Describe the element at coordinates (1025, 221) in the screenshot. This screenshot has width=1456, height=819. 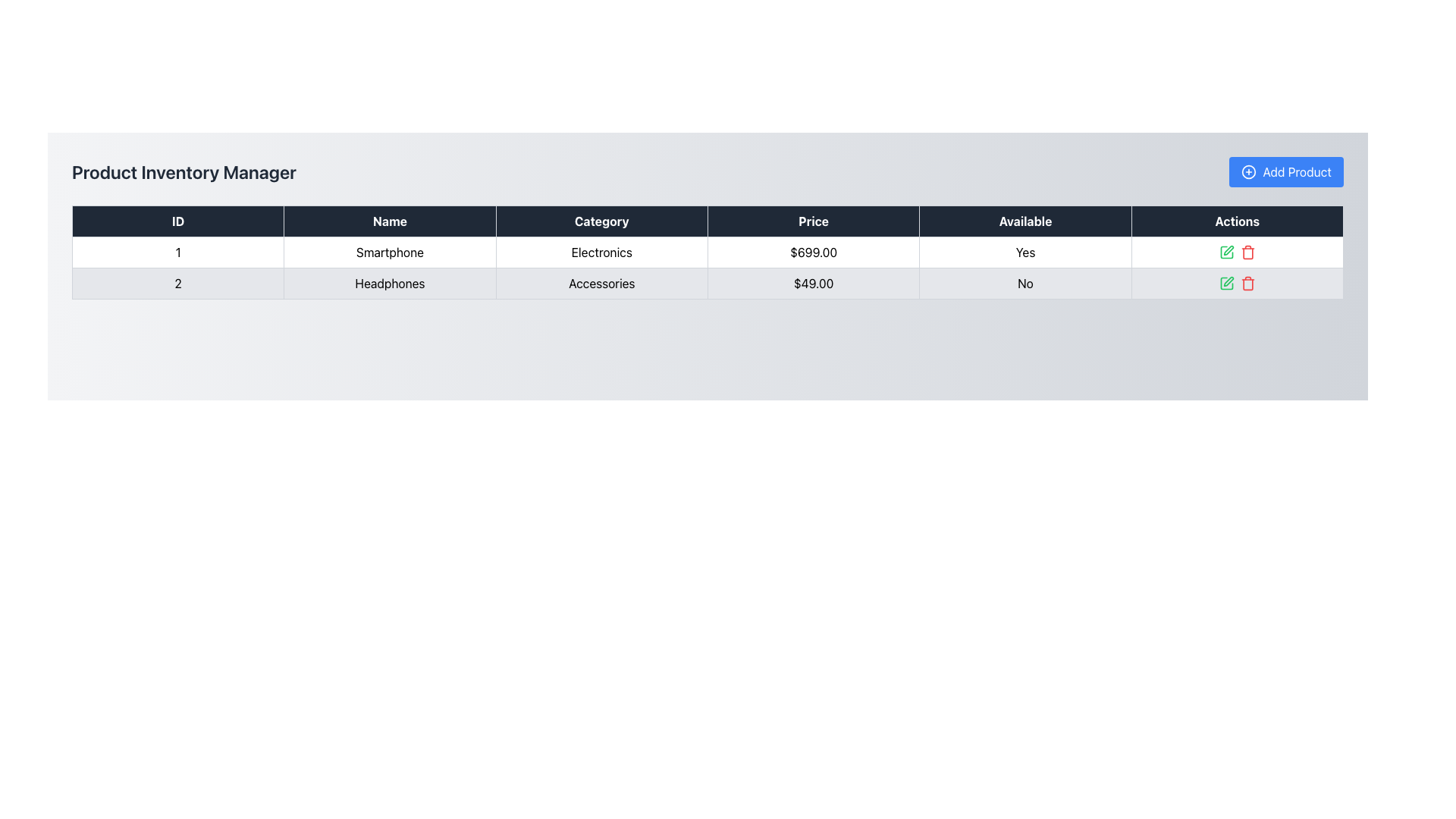
I see `text from the Table Header Cell labeled 'Available', which is the fifth column in the header row of the table` at that location.